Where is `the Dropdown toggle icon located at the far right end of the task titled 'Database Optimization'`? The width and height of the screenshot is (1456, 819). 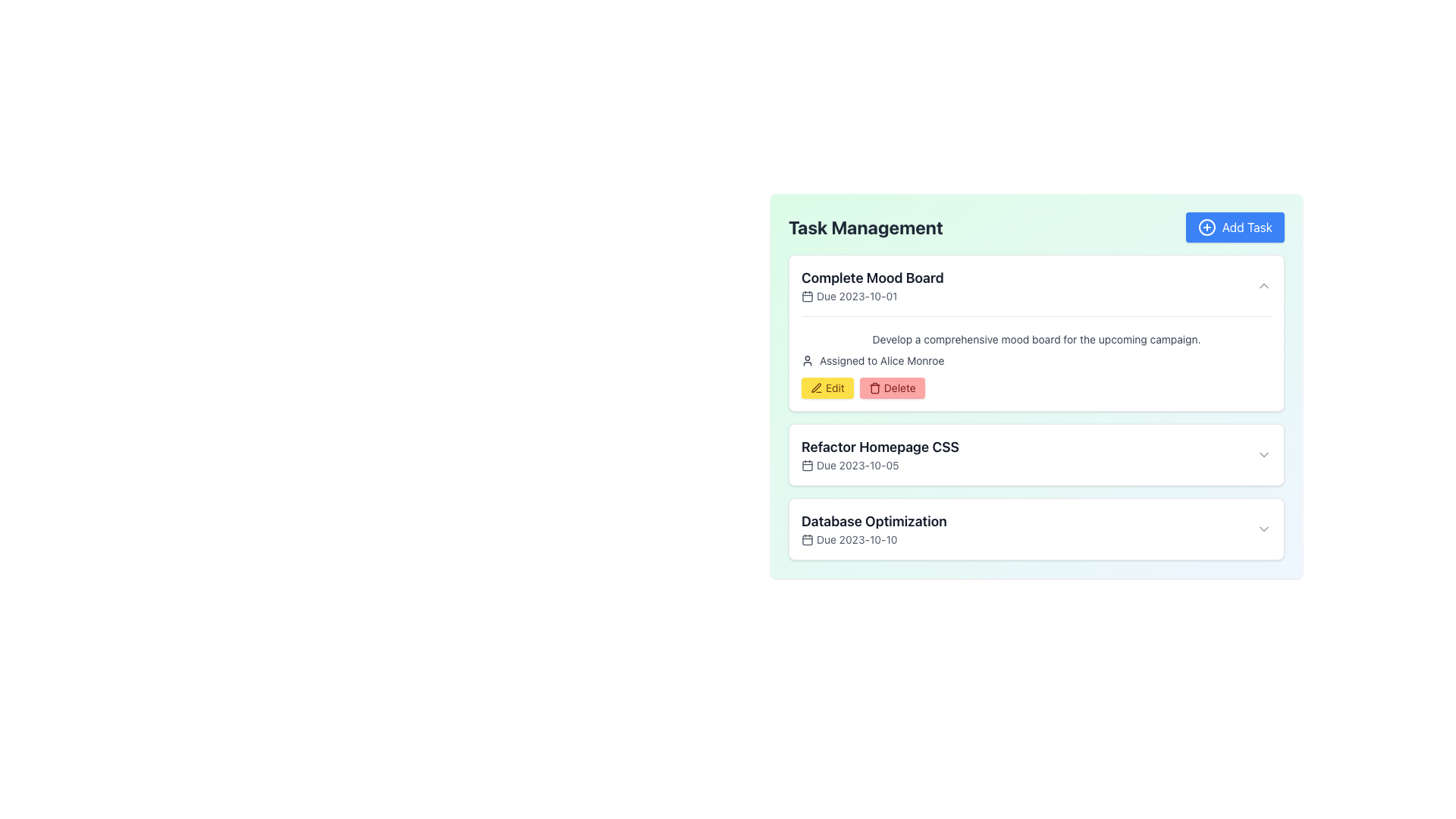 the Dropdown toggle icon located at the far right end of the task titled 'Database Optimization' is located at coordinates (1263, 529).